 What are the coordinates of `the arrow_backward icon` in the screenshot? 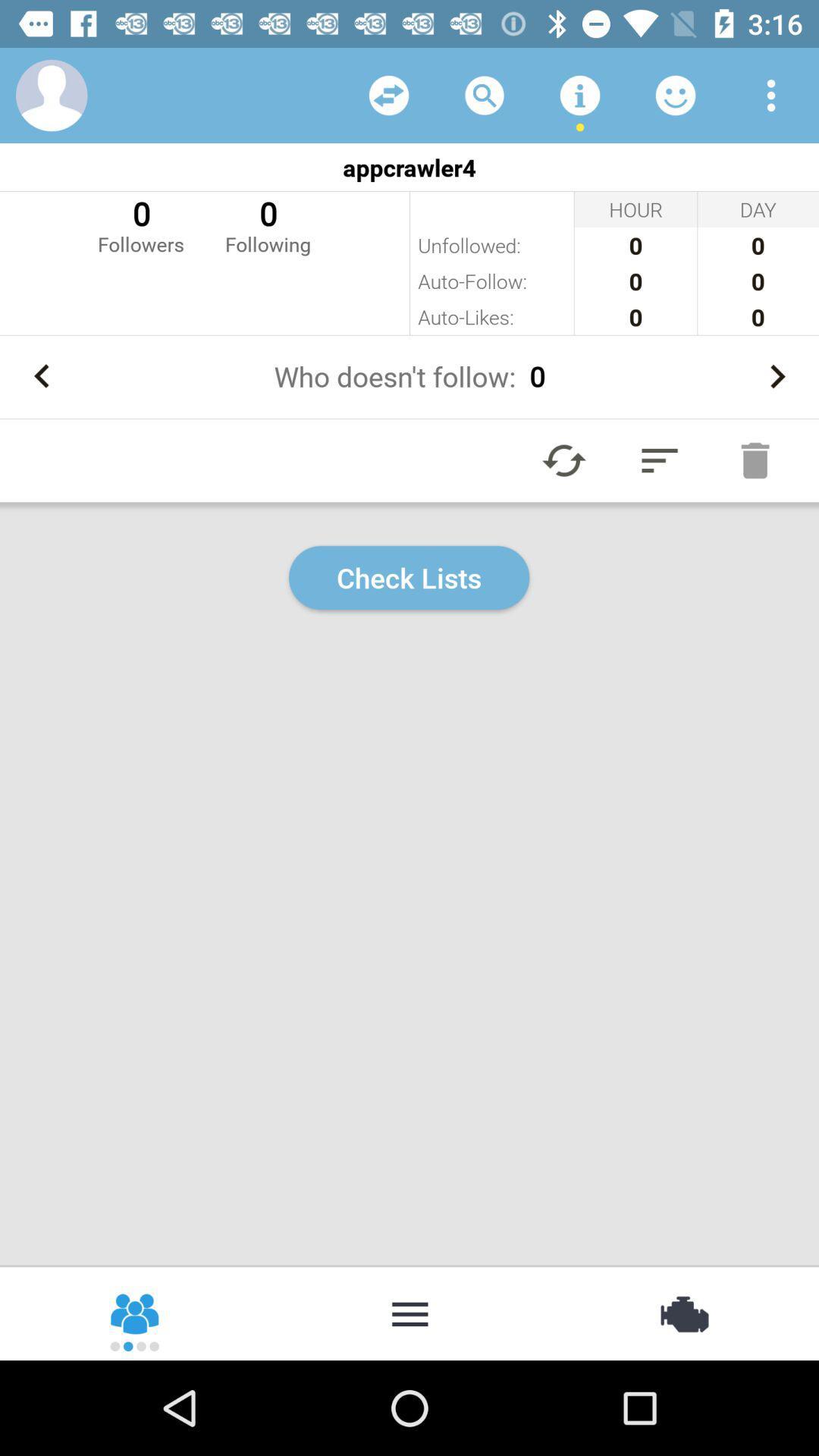 It's located at (41, 376).